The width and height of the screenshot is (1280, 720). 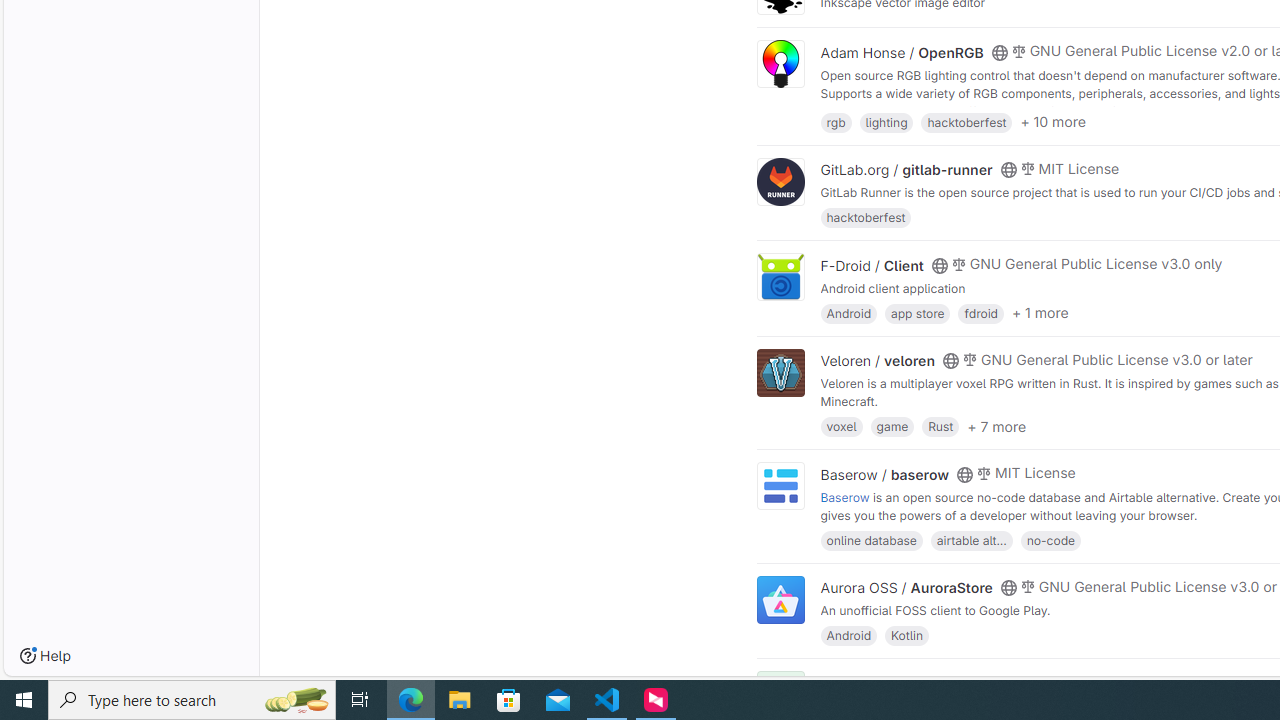 I want to click on 'airtable alt...', so click(x=971, y=538).